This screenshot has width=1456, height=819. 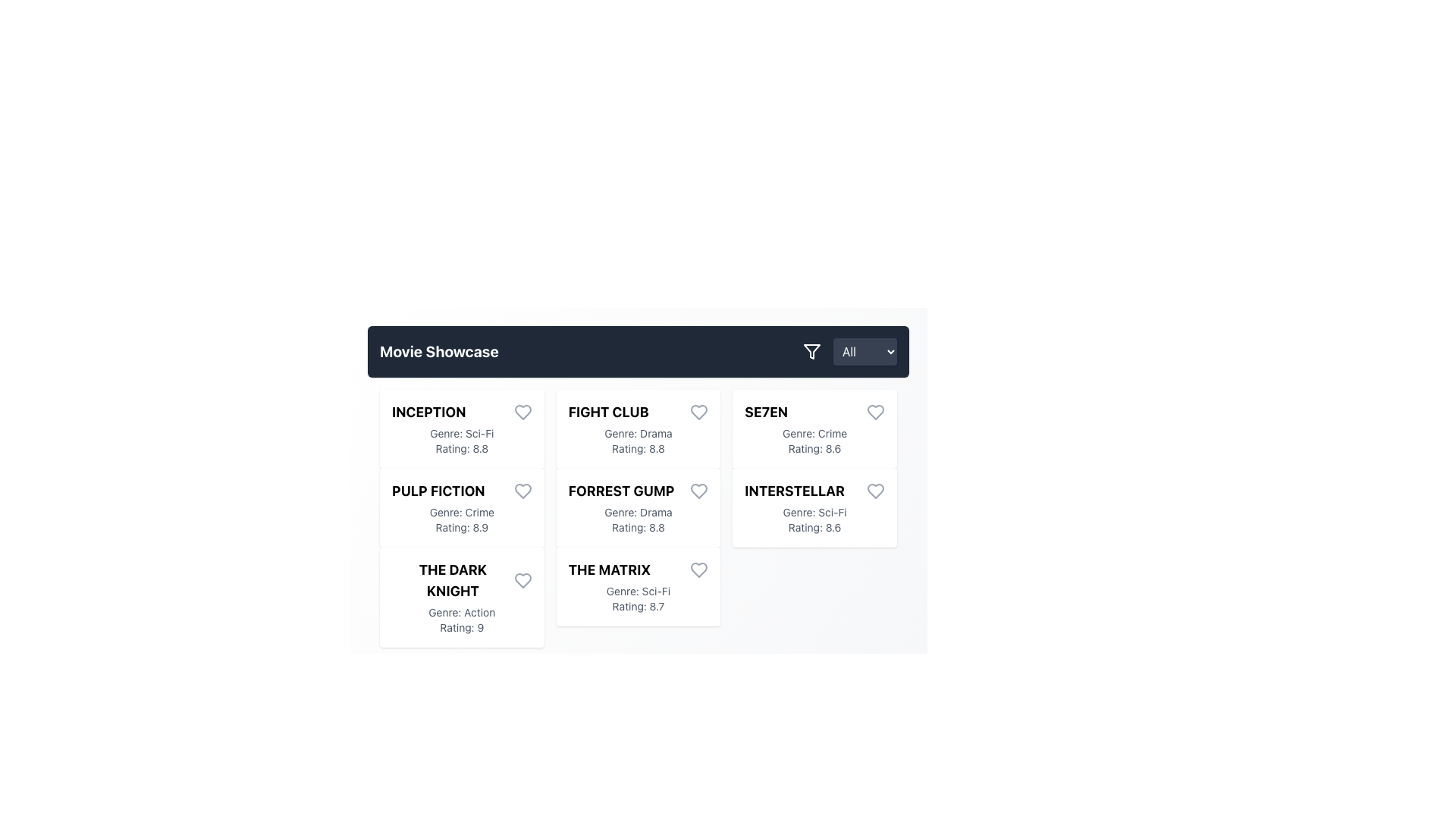 I want to click on the text label identifying the movie title positioned in the third card of the first column, located above 'The Matrix' and below 'PULP FICTION', so click(x=461, y=580).